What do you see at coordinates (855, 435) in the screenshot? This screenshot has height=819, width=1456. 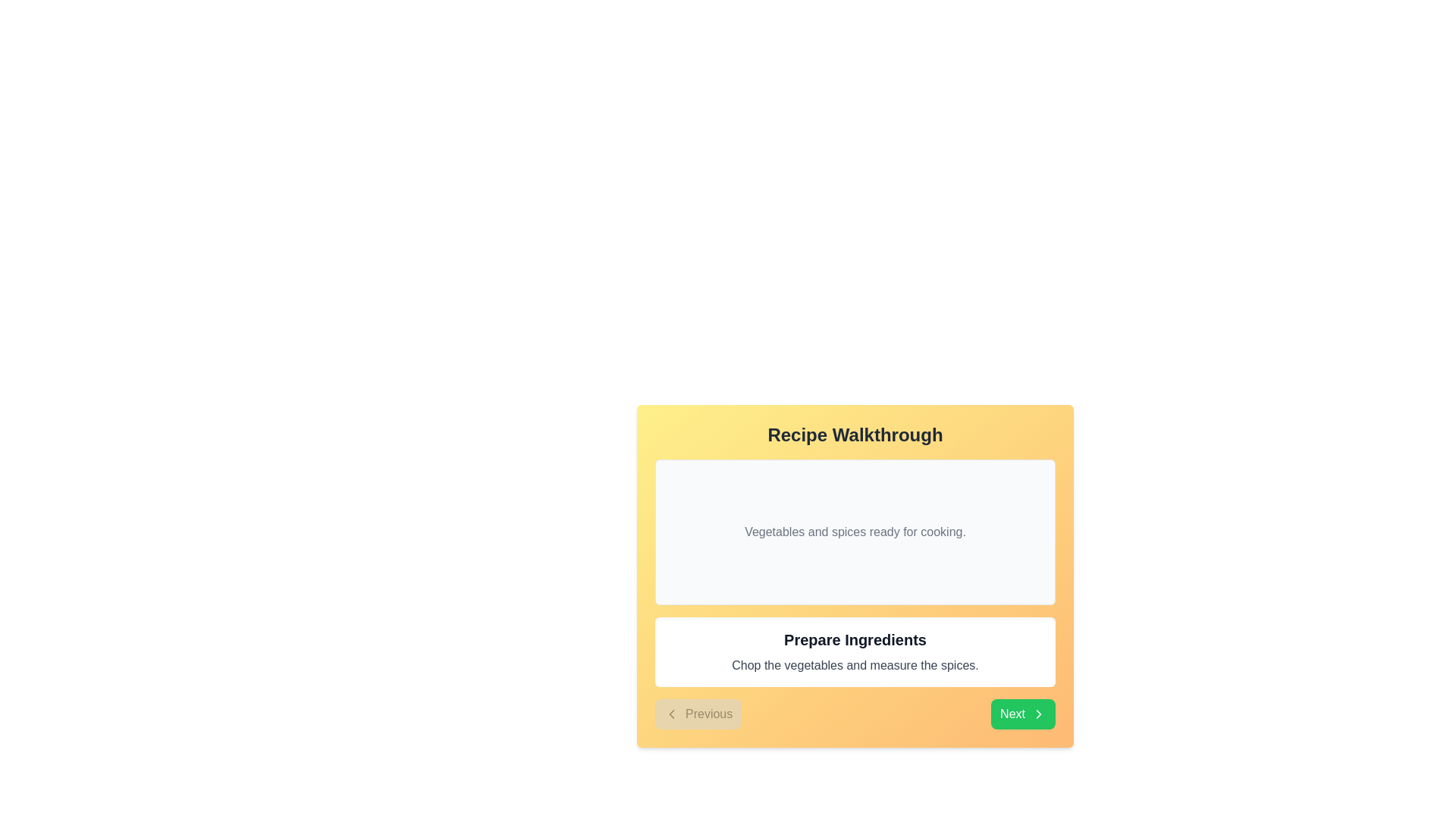 I see `the text label serving as a header for the recipe guide, located at the top of the panel with a yellow-to-orange gradient background` at bounding box center [855, 435].